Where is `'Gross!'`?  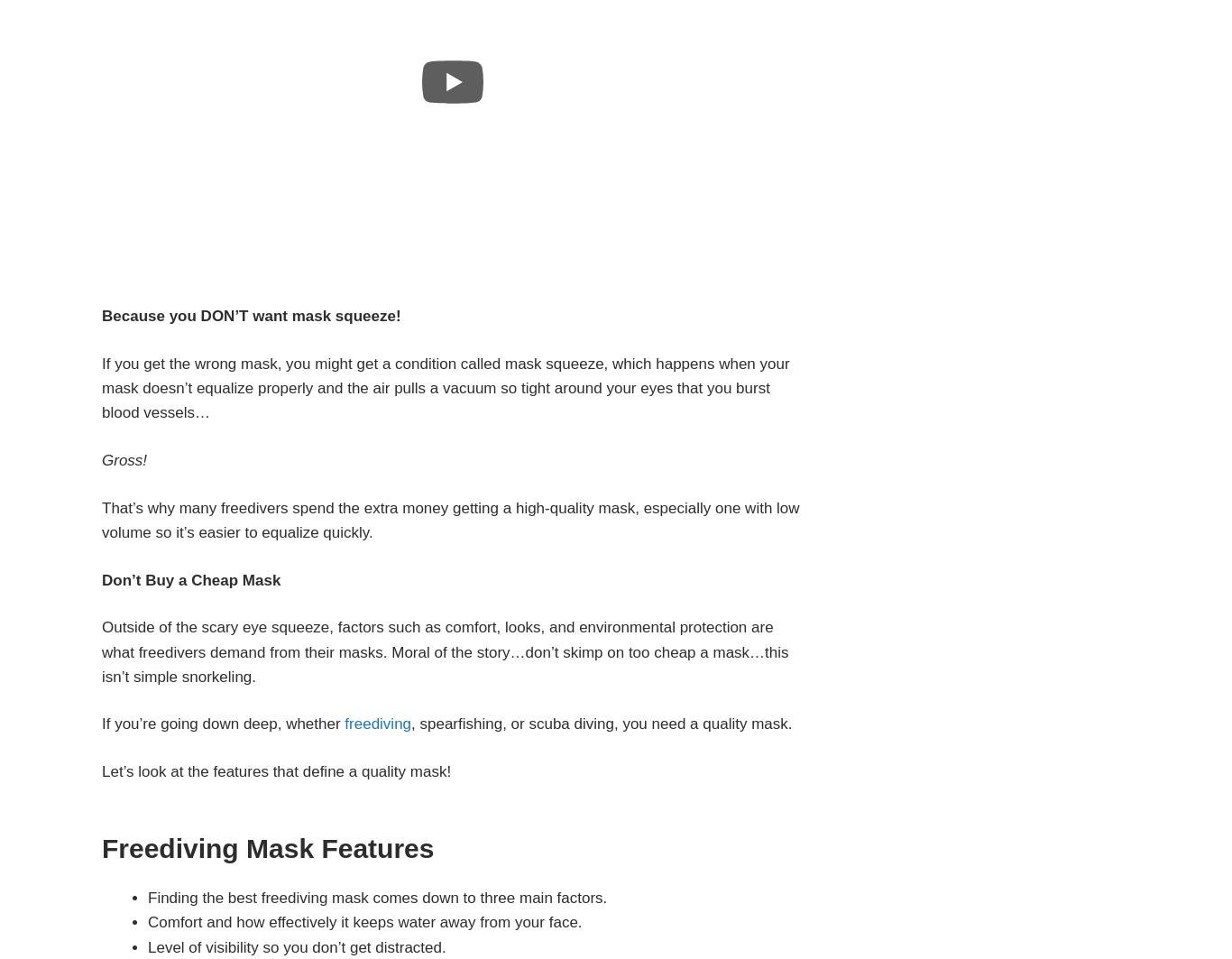
'Gross!' is located at coordinates (101, 460).